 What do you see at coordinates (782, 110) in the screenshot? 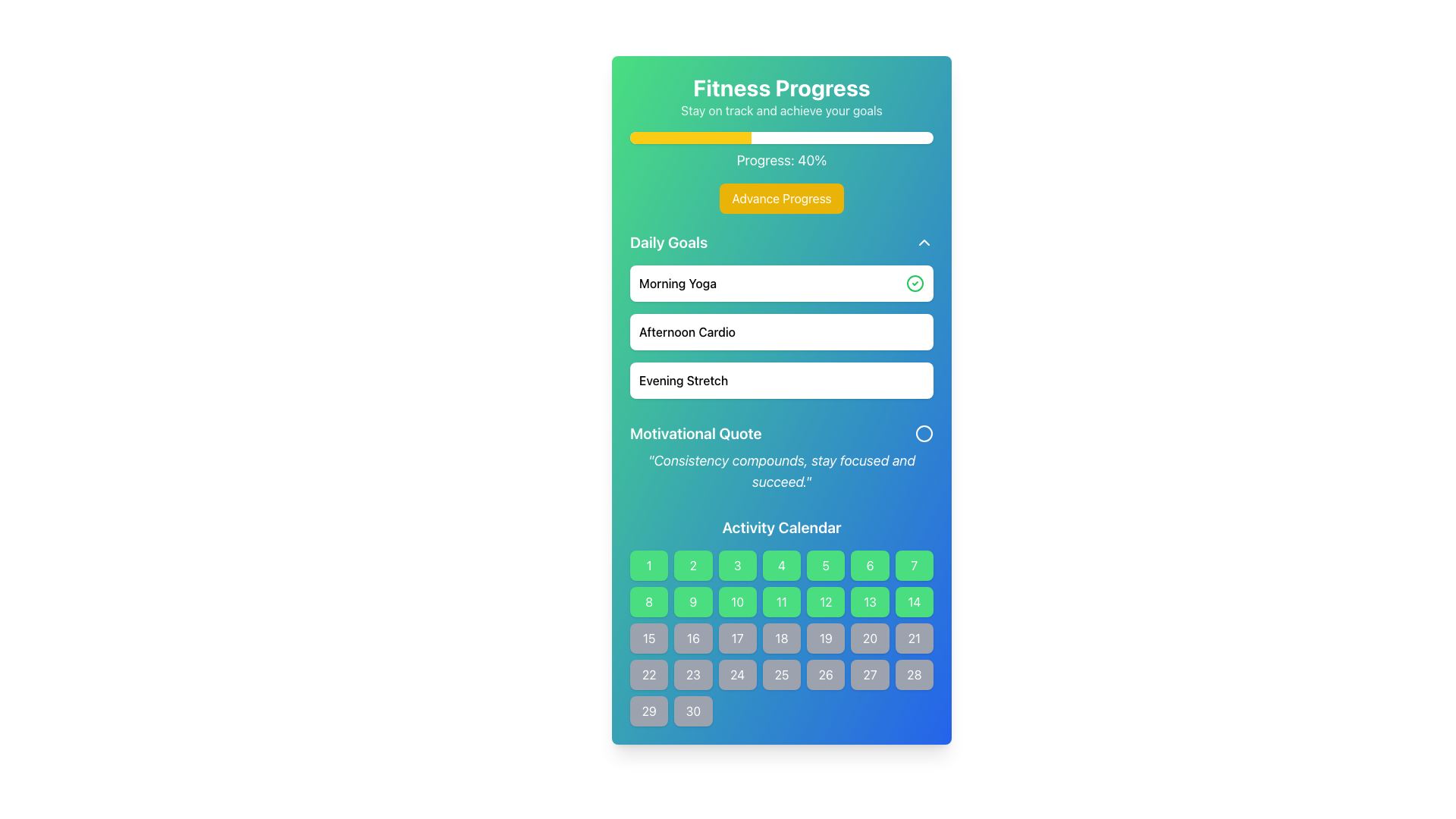
I see `static text 'Stay on track and achieve your goals' located below the bold headline 'Fitness Progress'` at bounding box center [782, 110].